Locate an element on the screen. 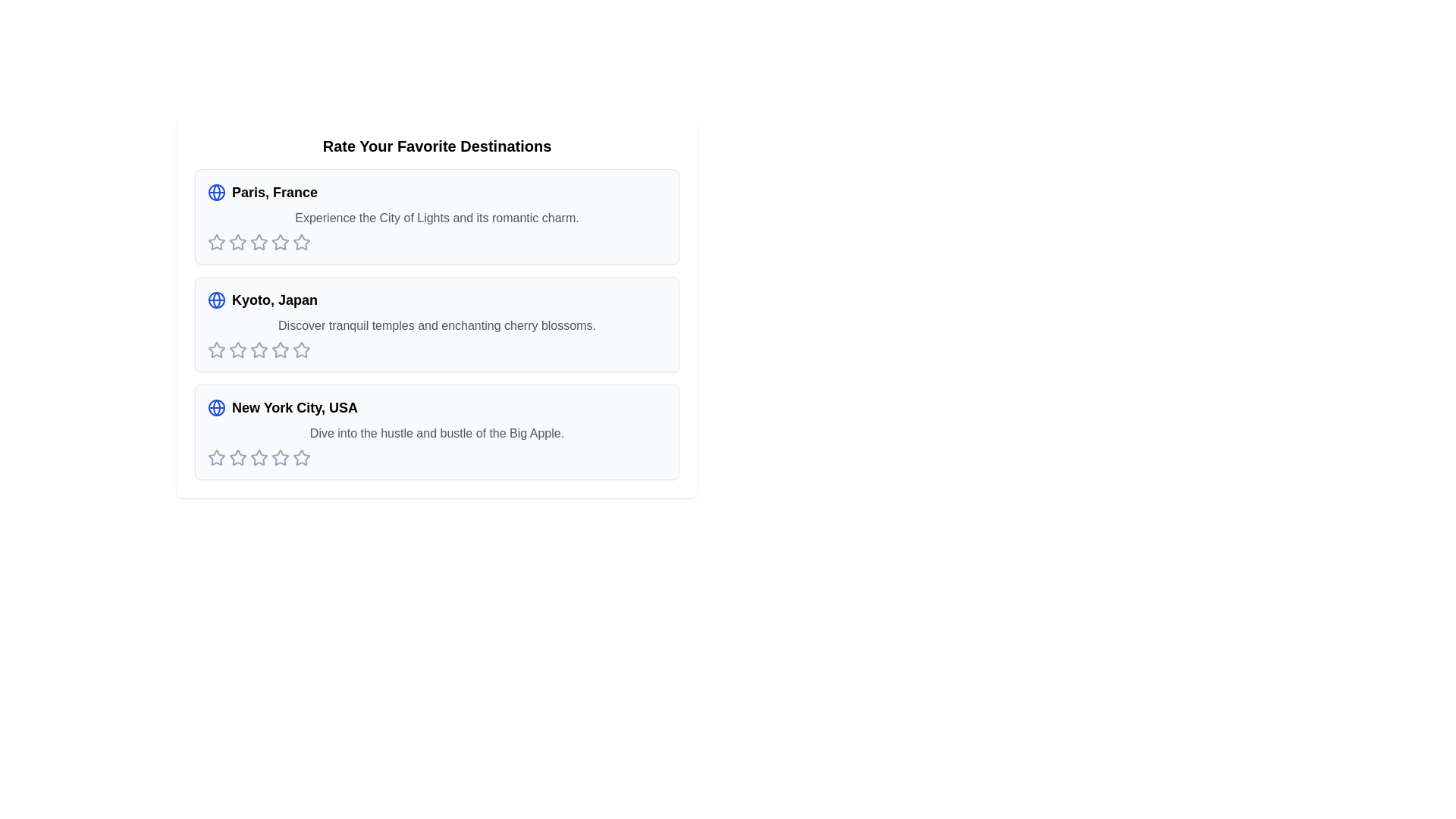 The image size is (1456, 819). across the star icons in the Rating component for 'Kyoto, Japan' is located at coordinates (436, 350).